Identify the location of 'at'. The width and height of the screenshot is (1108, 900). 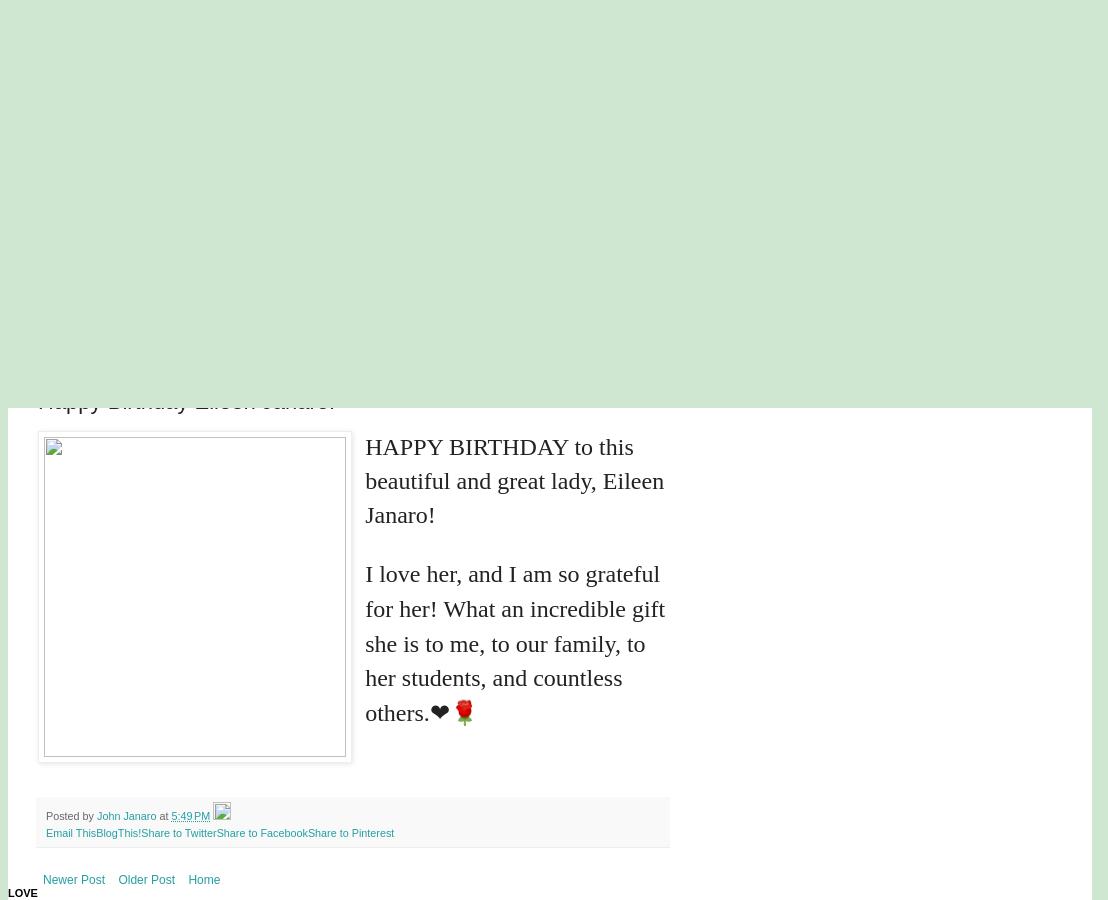
(163, 815).